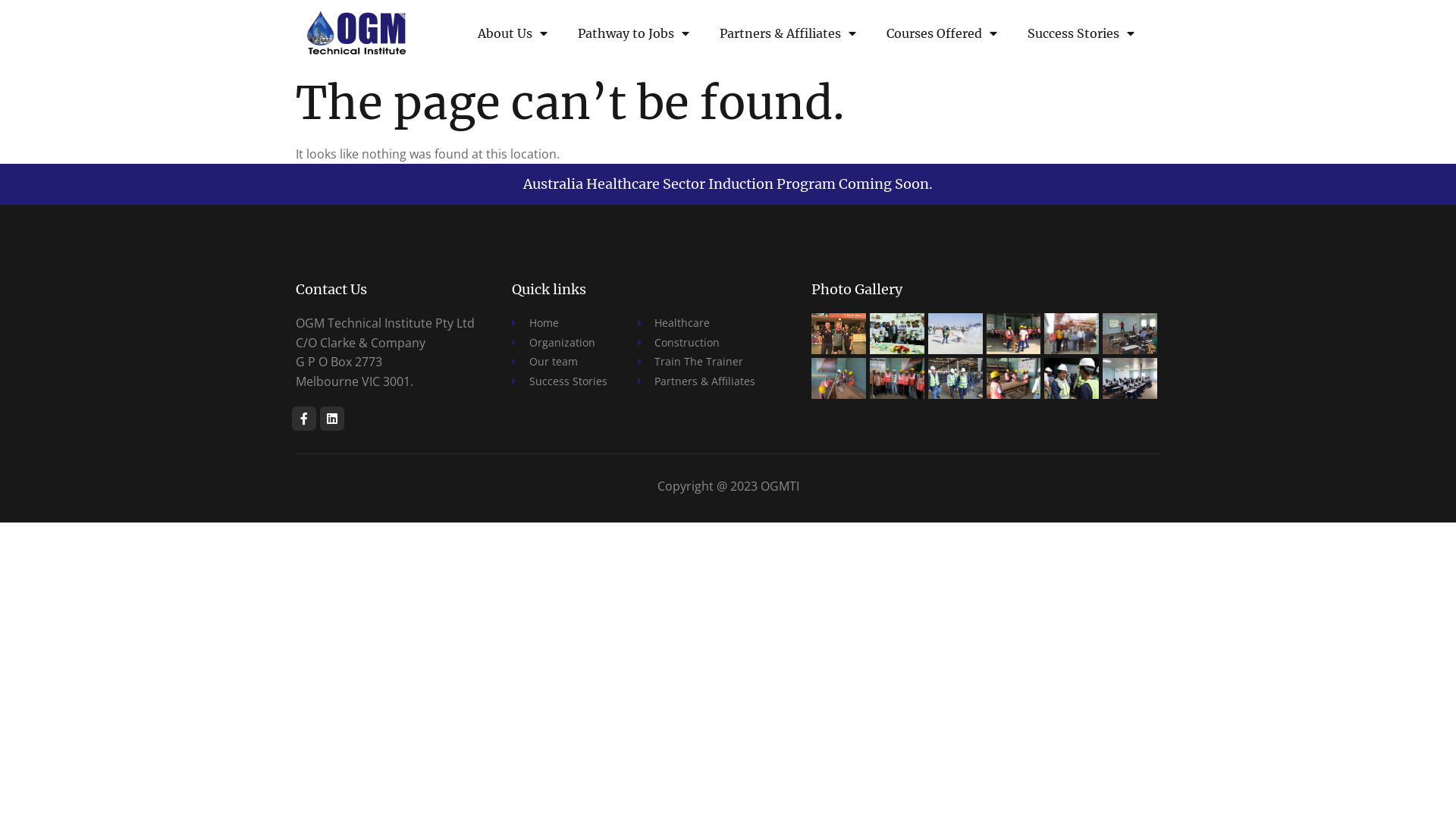 This screenshot has height=819, width=1456. I want to click on 'Construction', so click(695, 342).